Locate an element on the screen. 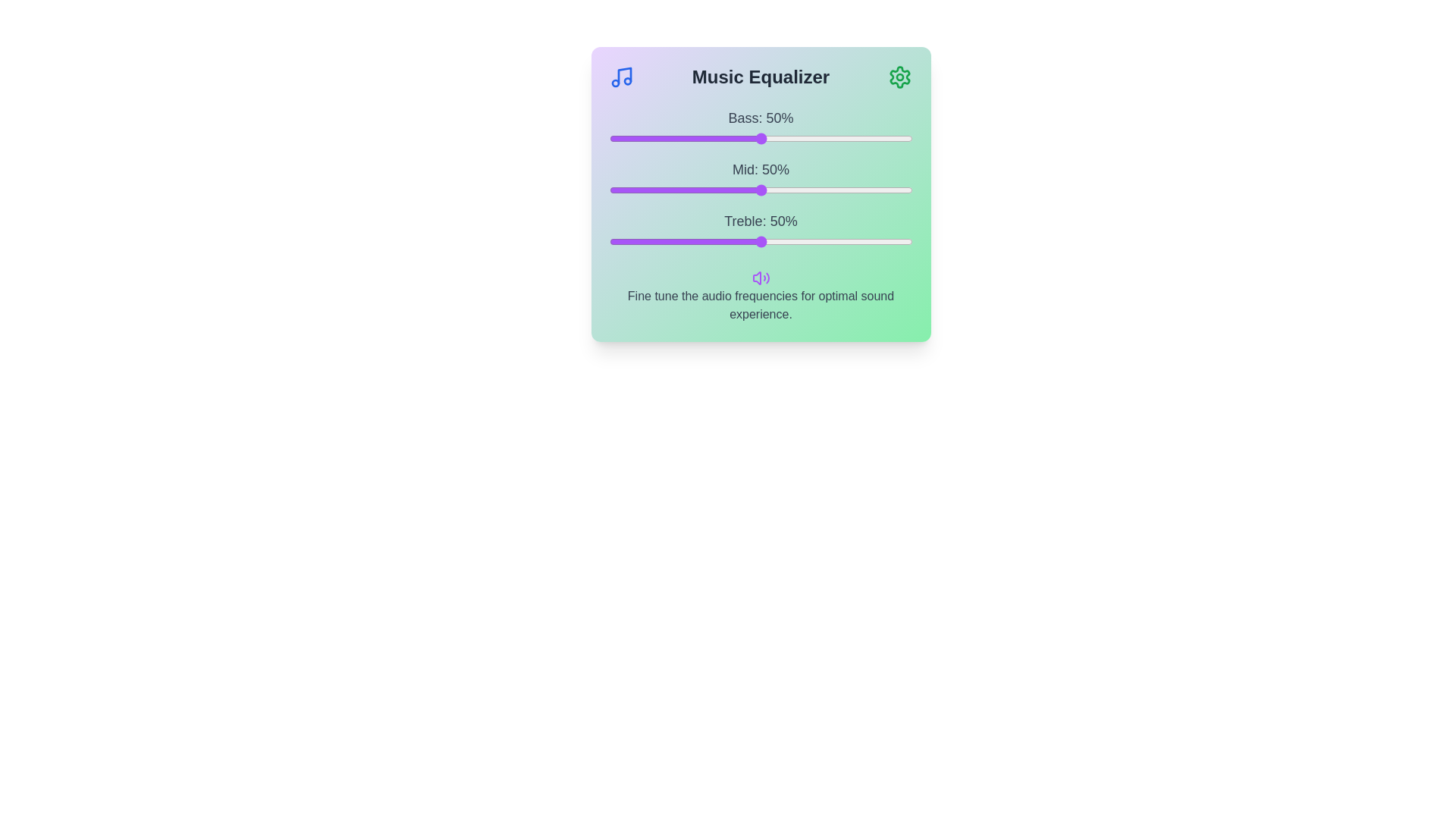 The image size is (1456, 819). the settings icon located at the top-right corner of the Music Equalizer component is located at coordinates (900, 77).